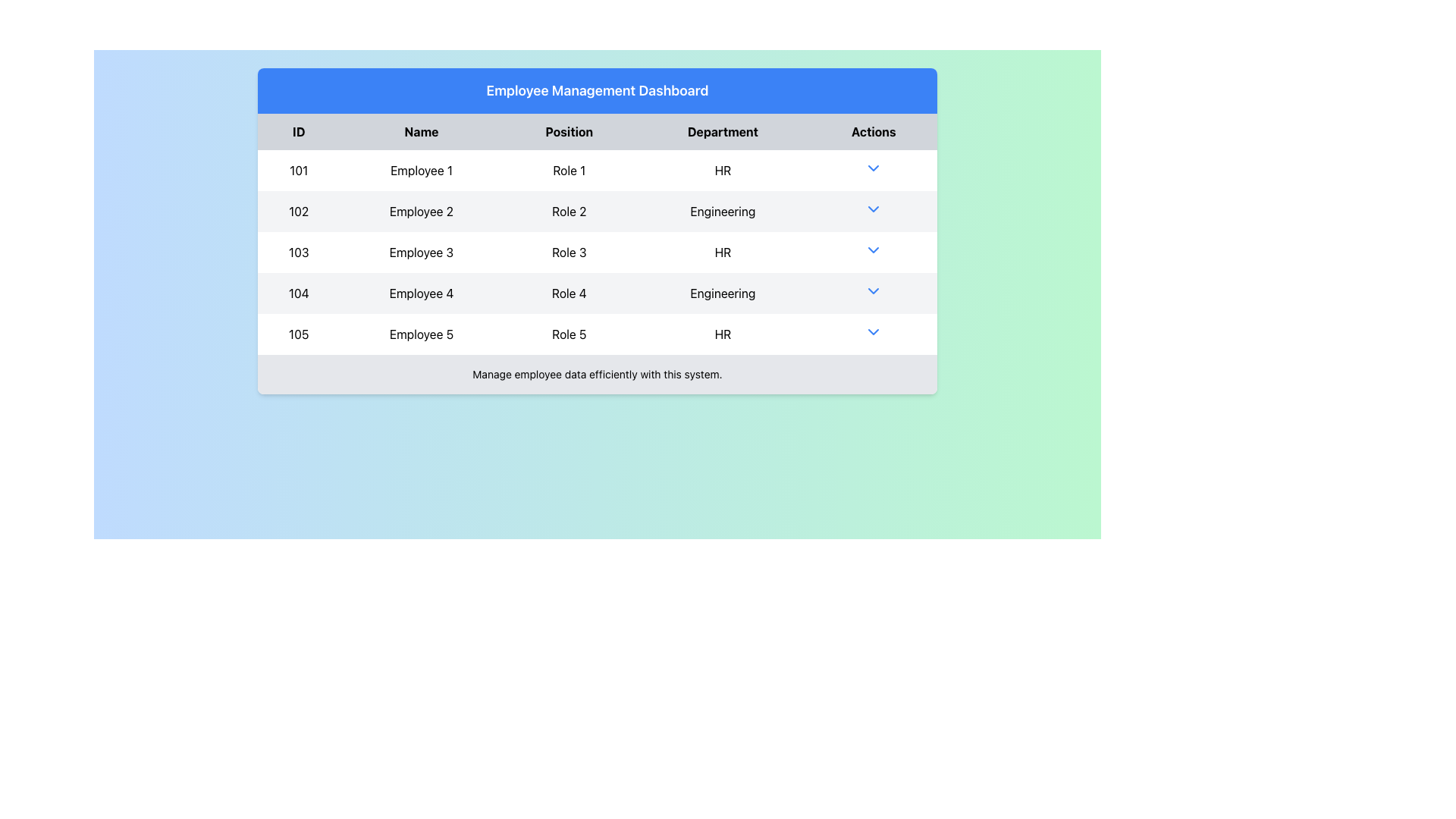 The image size is (1456, 819). Describe the element at coordinates (874, 170) in the screenshot. I see `the blue dropdown arrow icon in the 'Actions' column of the first row` at that location.